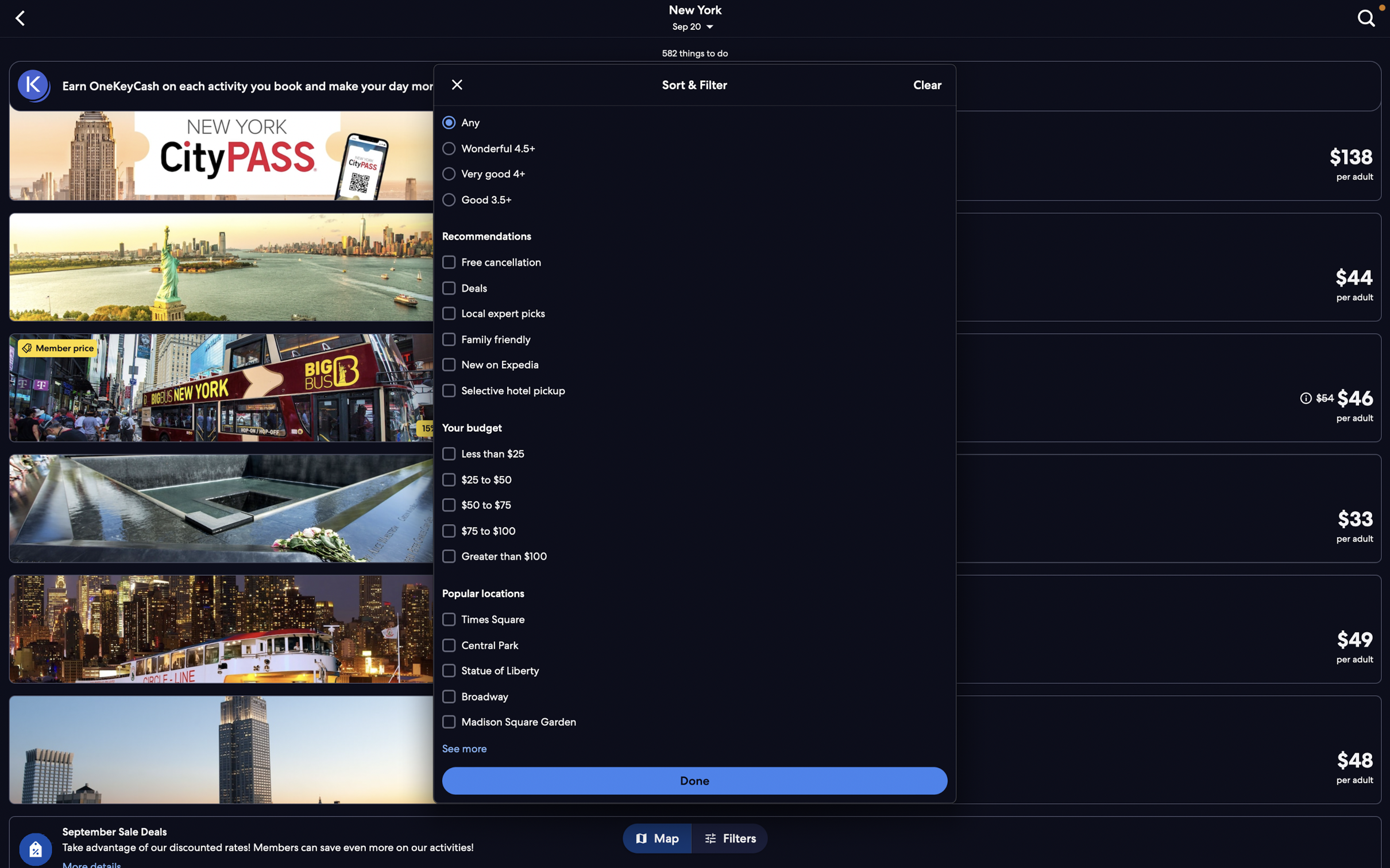 This screenshot has height=868, width=1390. What do you see at coordinates (696, 619) in the screenshot?
I see `Obtain the places located near the "Times Square"` at bounding box center [696, 619].